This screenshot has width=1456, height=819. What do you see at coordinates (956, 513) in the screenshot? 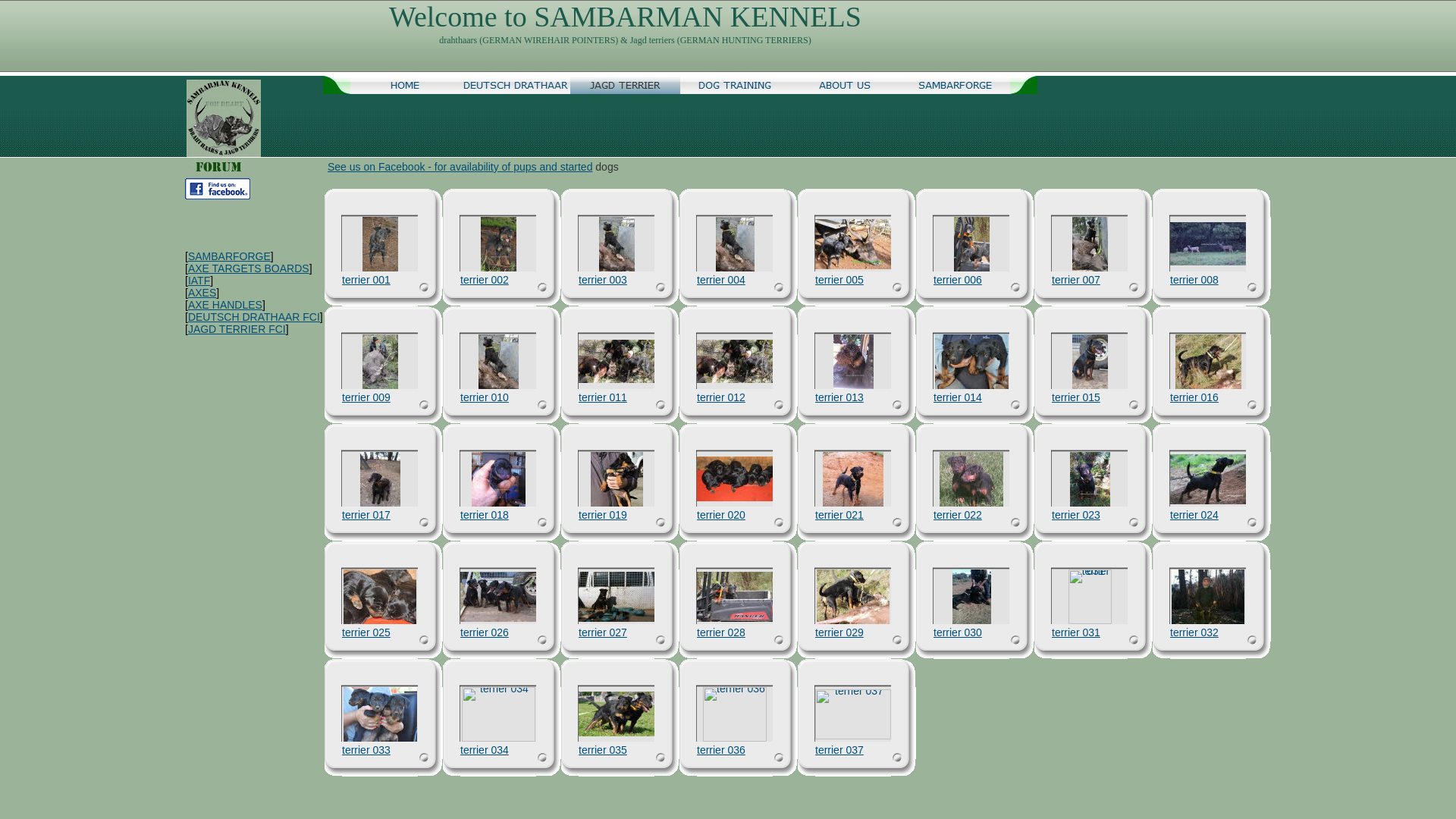
I see `'terrier 022'` at bounding box center [956, 513].